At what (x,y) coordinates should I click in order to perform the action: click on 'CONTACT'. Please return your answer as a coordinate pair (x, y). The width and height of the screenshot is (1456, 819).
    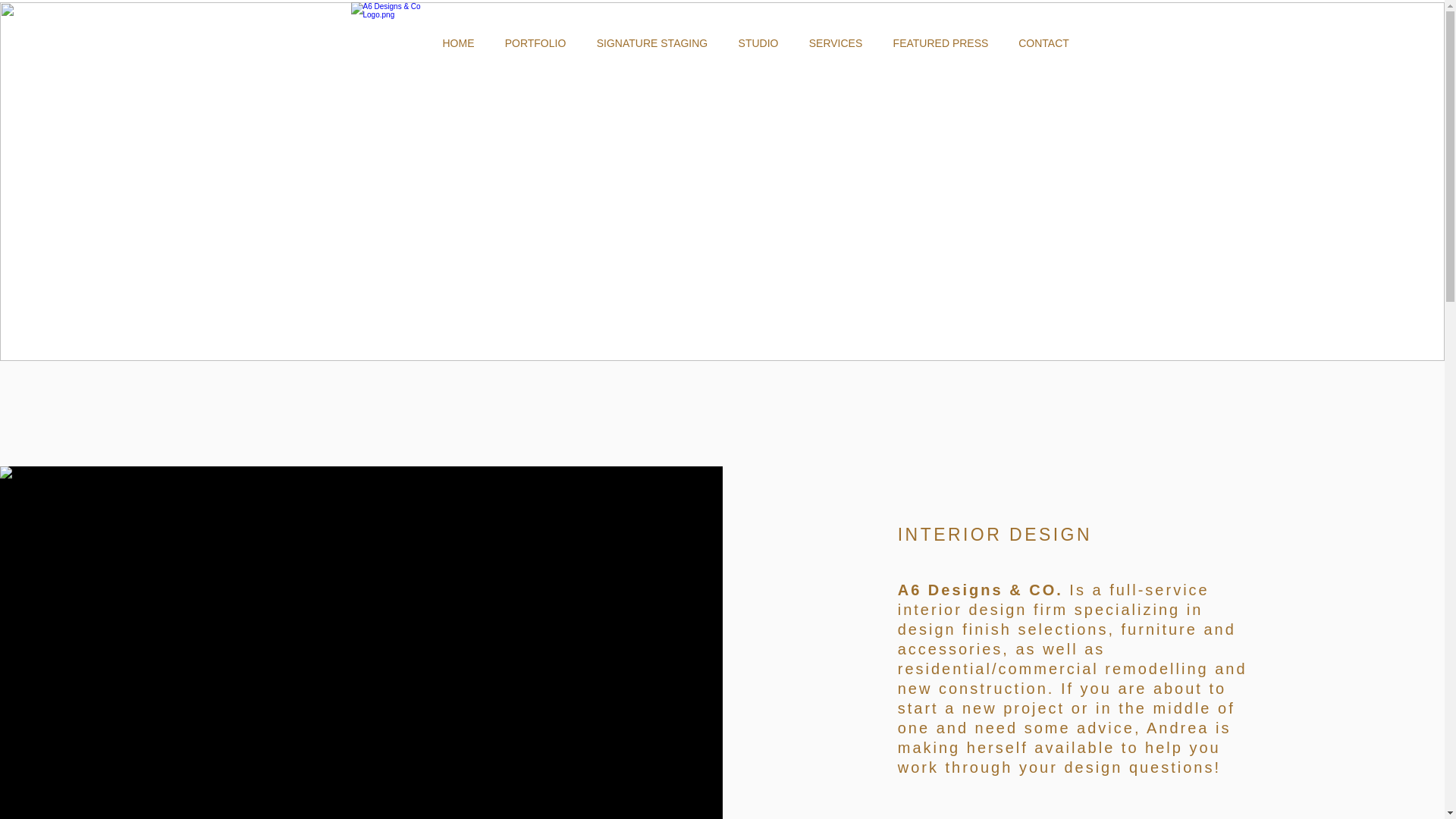
    Looking at the image, I should click on (1043, 42).